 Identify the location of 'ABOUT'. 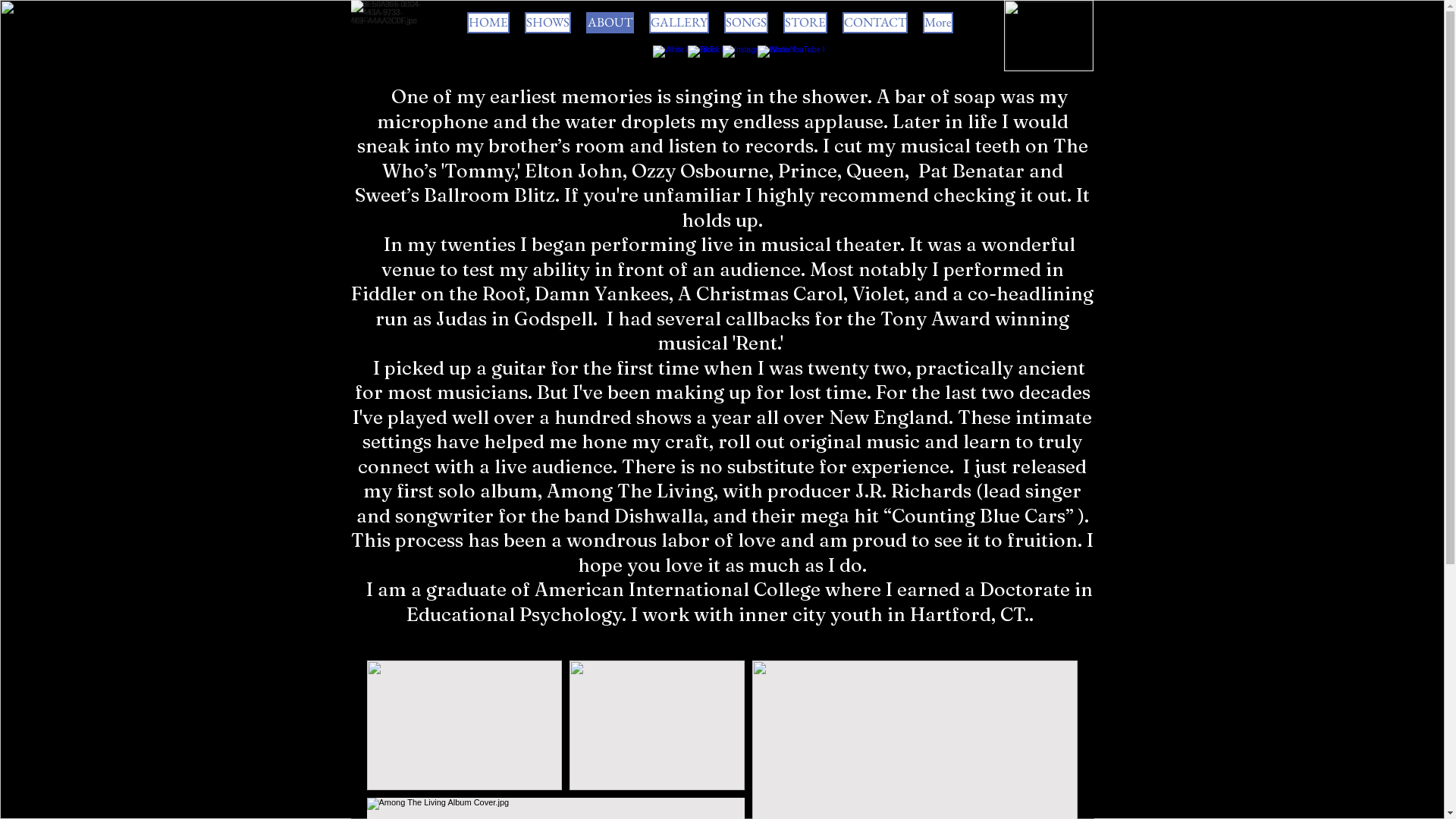
(610, 23).